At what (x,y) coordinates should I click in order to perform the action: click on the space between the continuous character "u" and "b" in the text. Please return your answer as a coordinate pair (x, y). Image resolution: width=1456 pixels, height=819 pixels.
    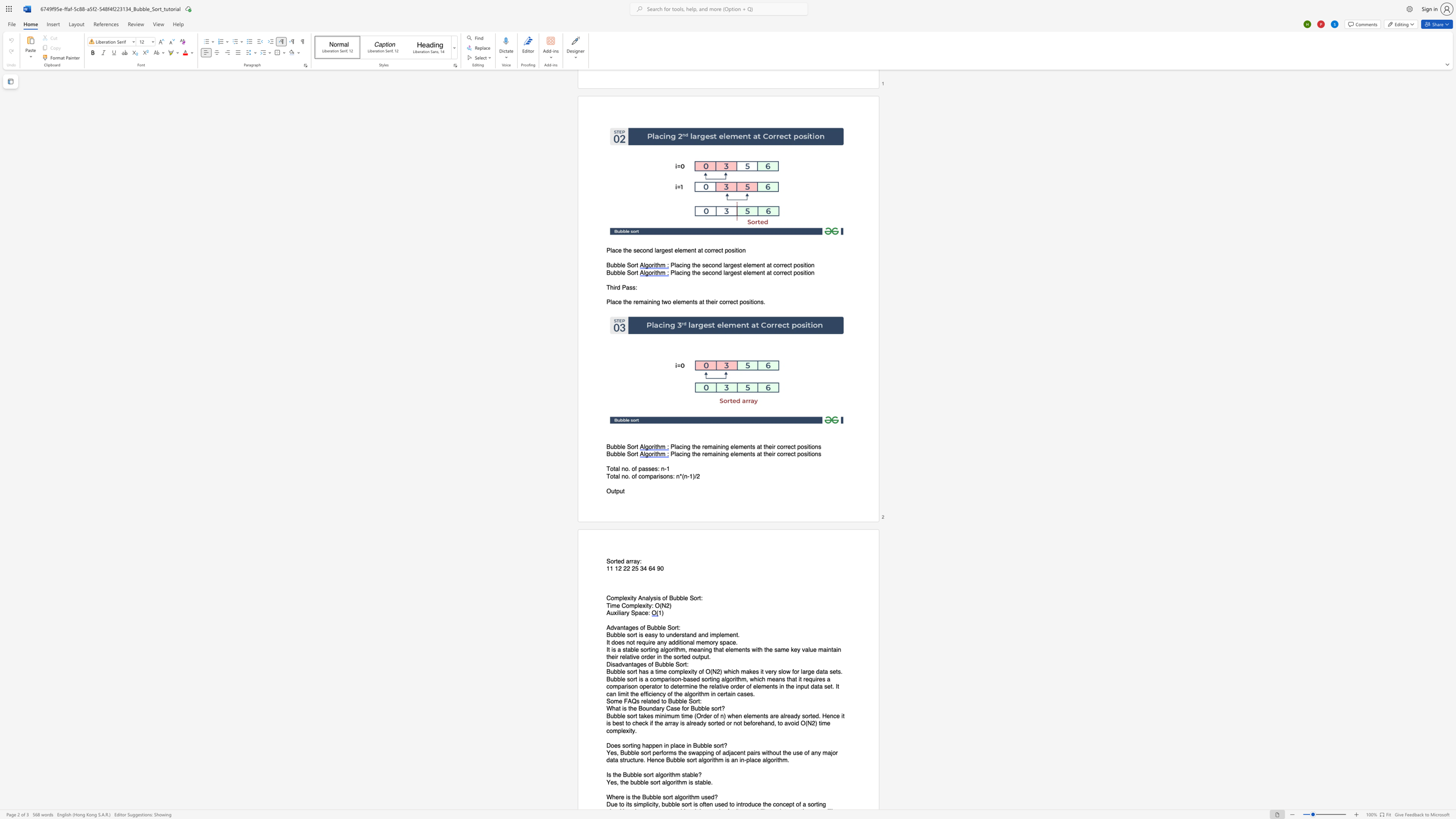
    Looking at the image, I should click on (613, 447).